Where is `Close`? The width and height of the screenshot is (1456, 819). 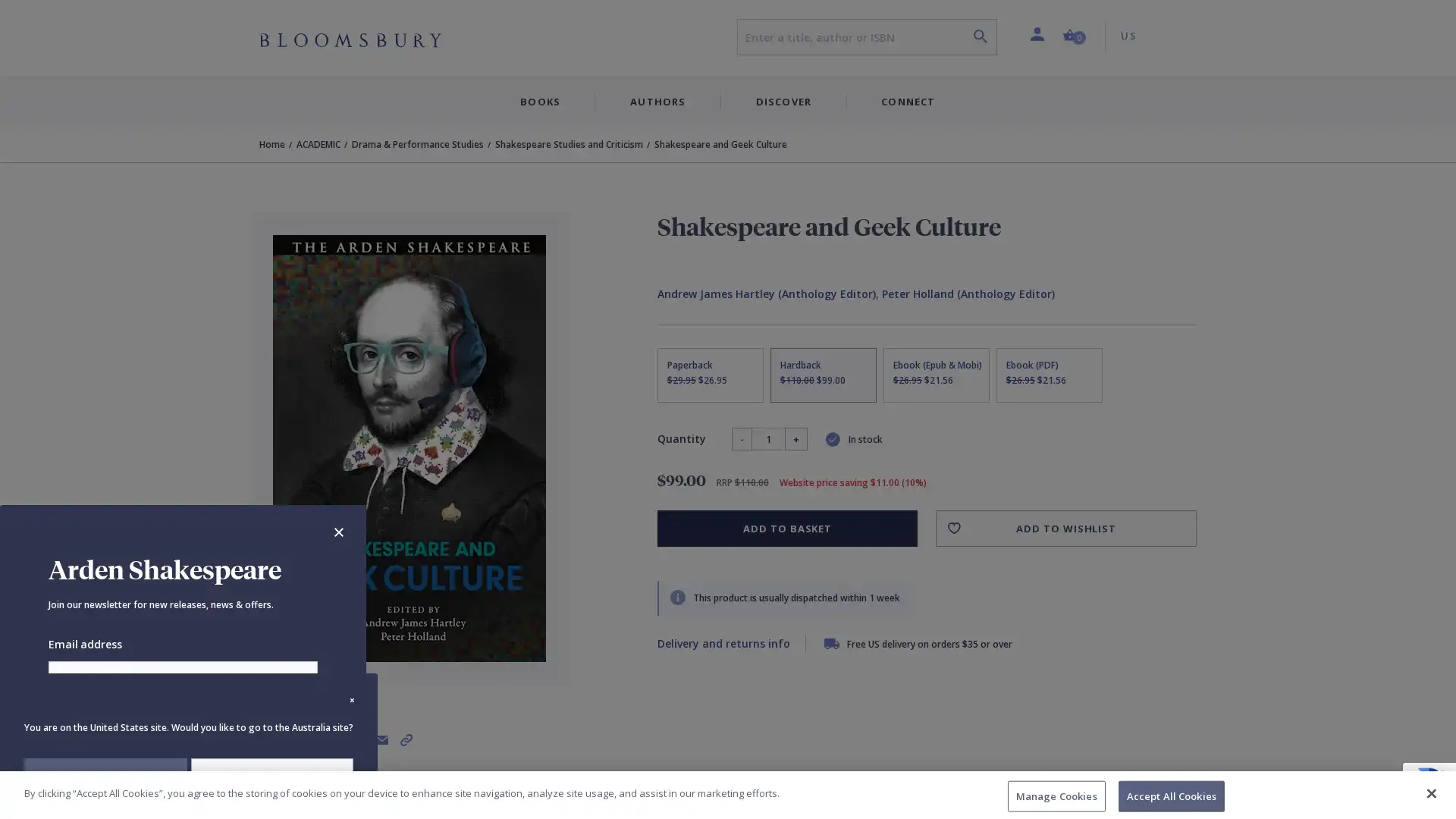
Close is located at coordinates (351, 701).